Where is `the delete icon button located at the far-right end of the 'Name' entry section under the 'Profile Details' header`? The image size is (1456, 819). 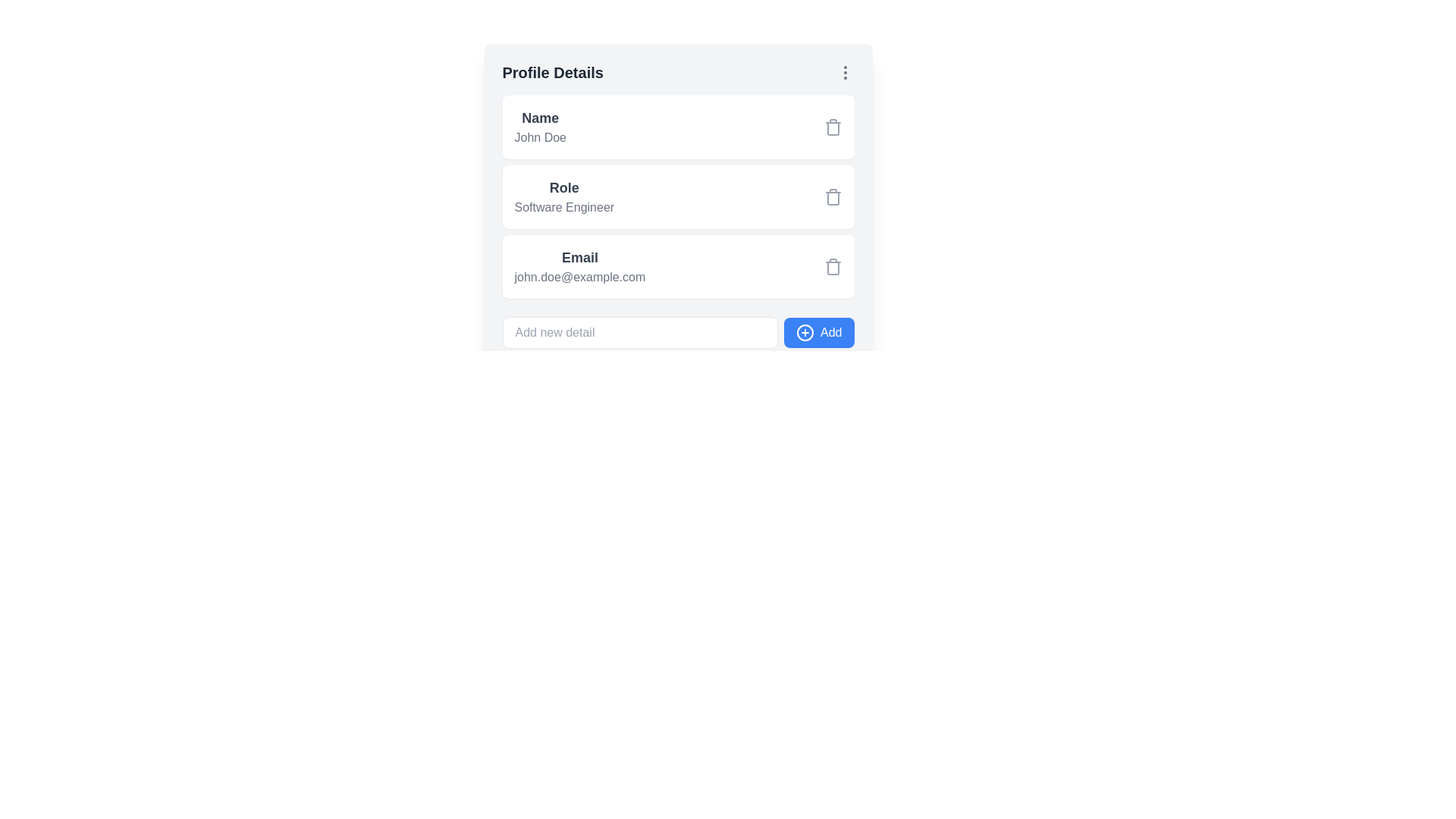 the delete icon button located at the far-right end of the 'Name' entry section under the 'Profile Details' header is located at coordinates (832, 127).